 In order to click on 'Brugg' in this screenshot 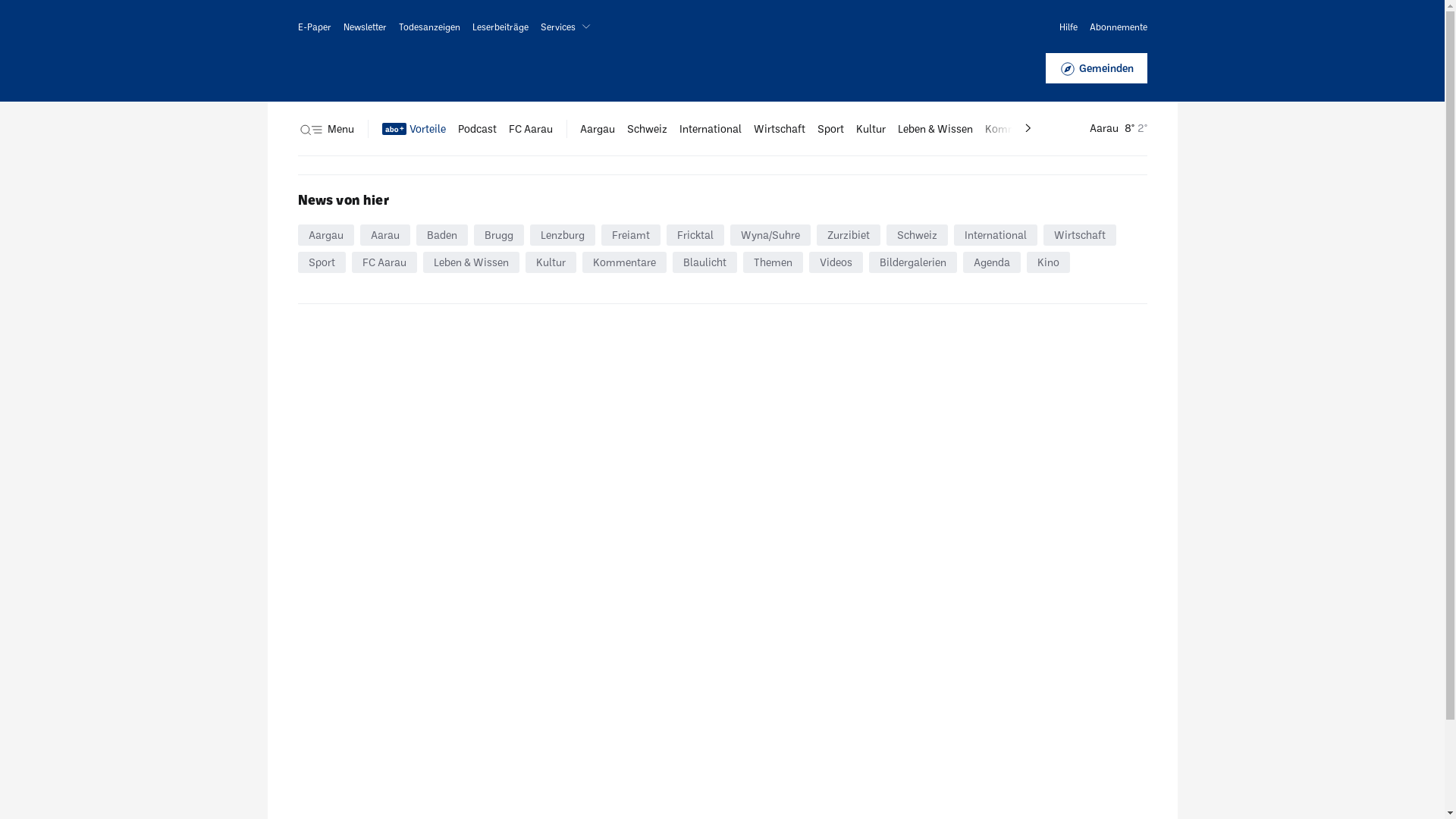, I will do `click(498, 234)`.